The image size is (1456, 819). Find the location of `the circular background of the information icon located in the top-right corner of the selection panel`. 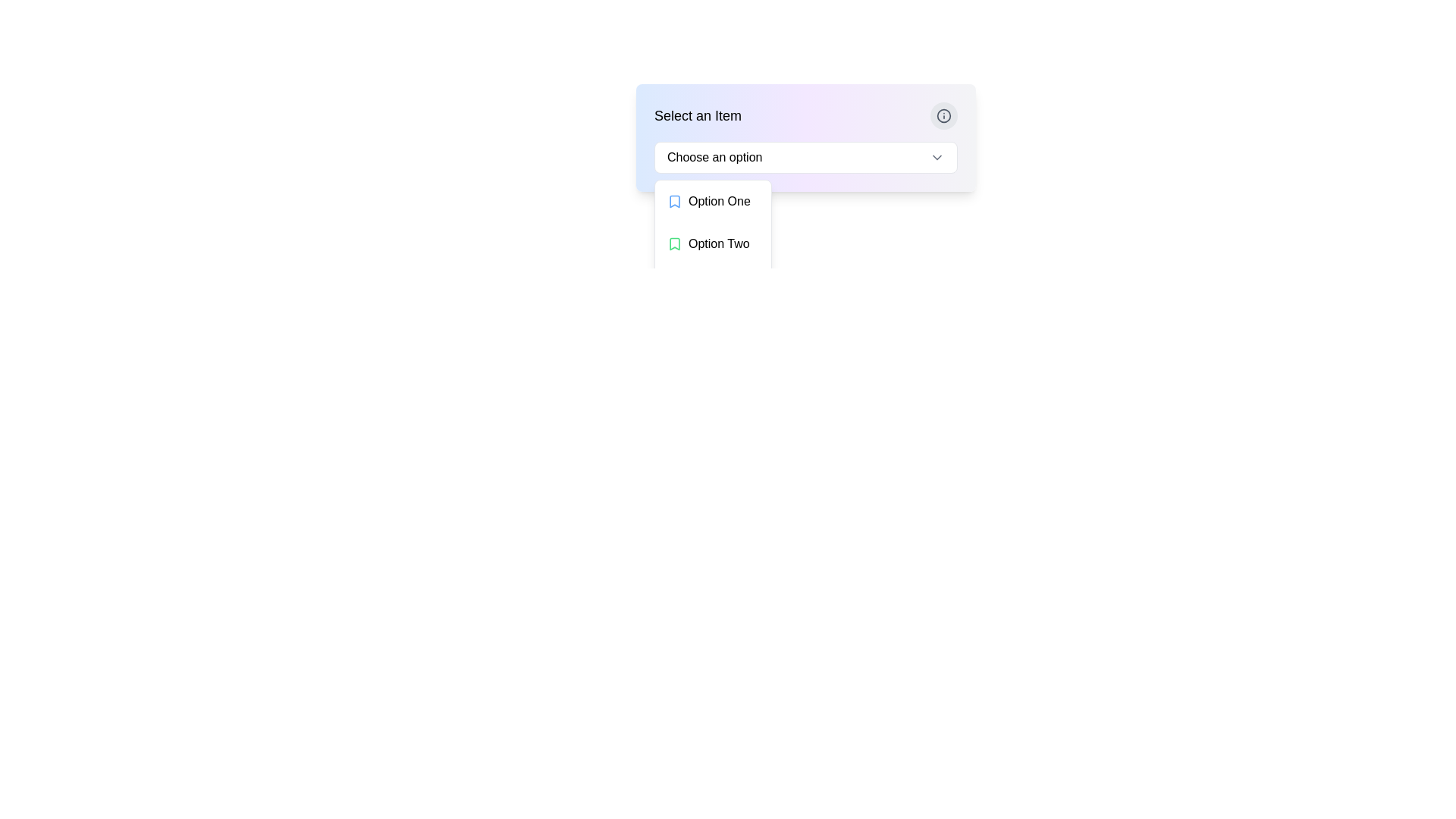

the circular background of the information icon located in the top-right corner of the selection panel is located at coordinates (943, 115).